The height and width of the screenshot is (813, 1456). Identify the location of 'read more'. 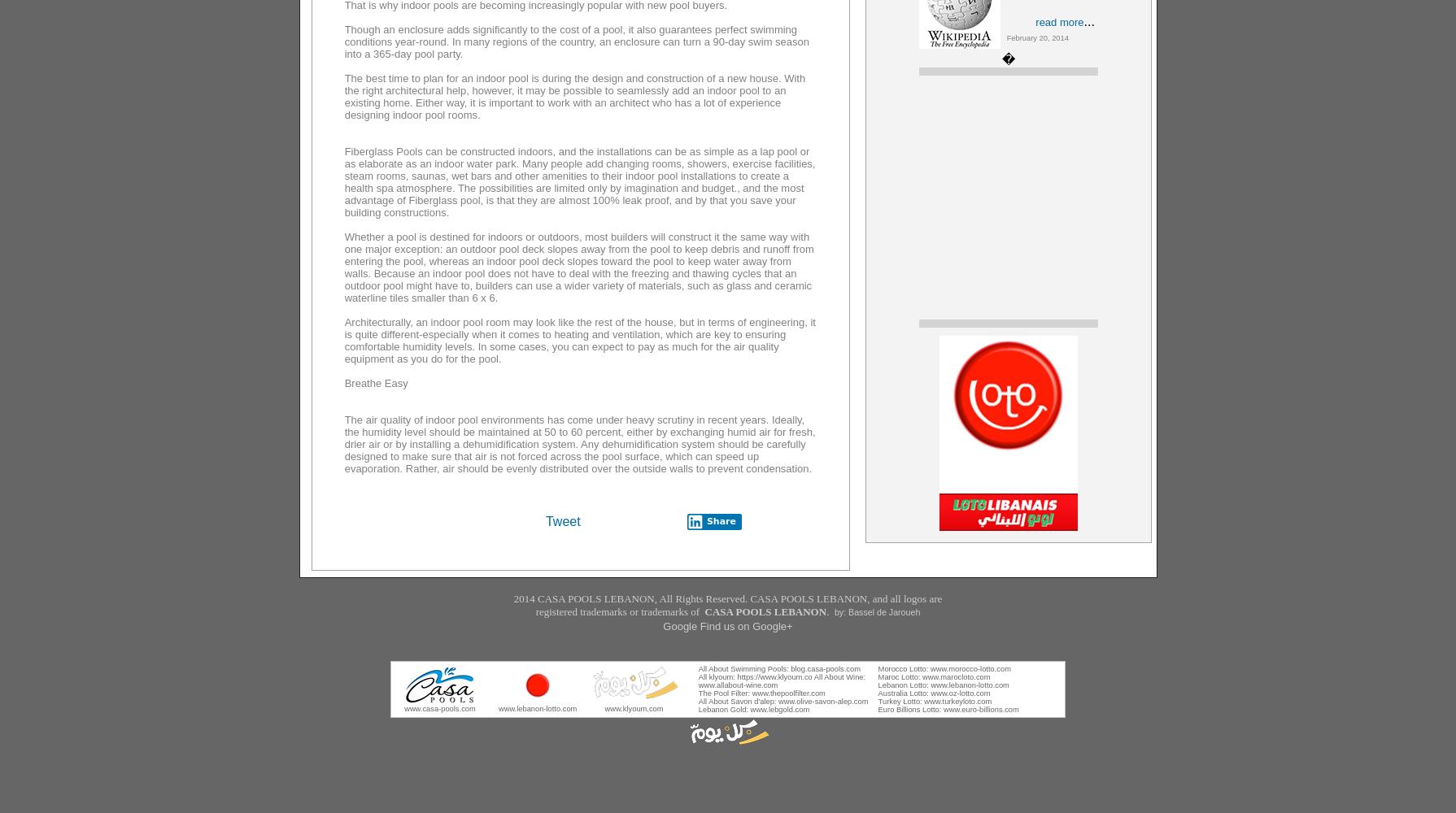
(1059, 22).